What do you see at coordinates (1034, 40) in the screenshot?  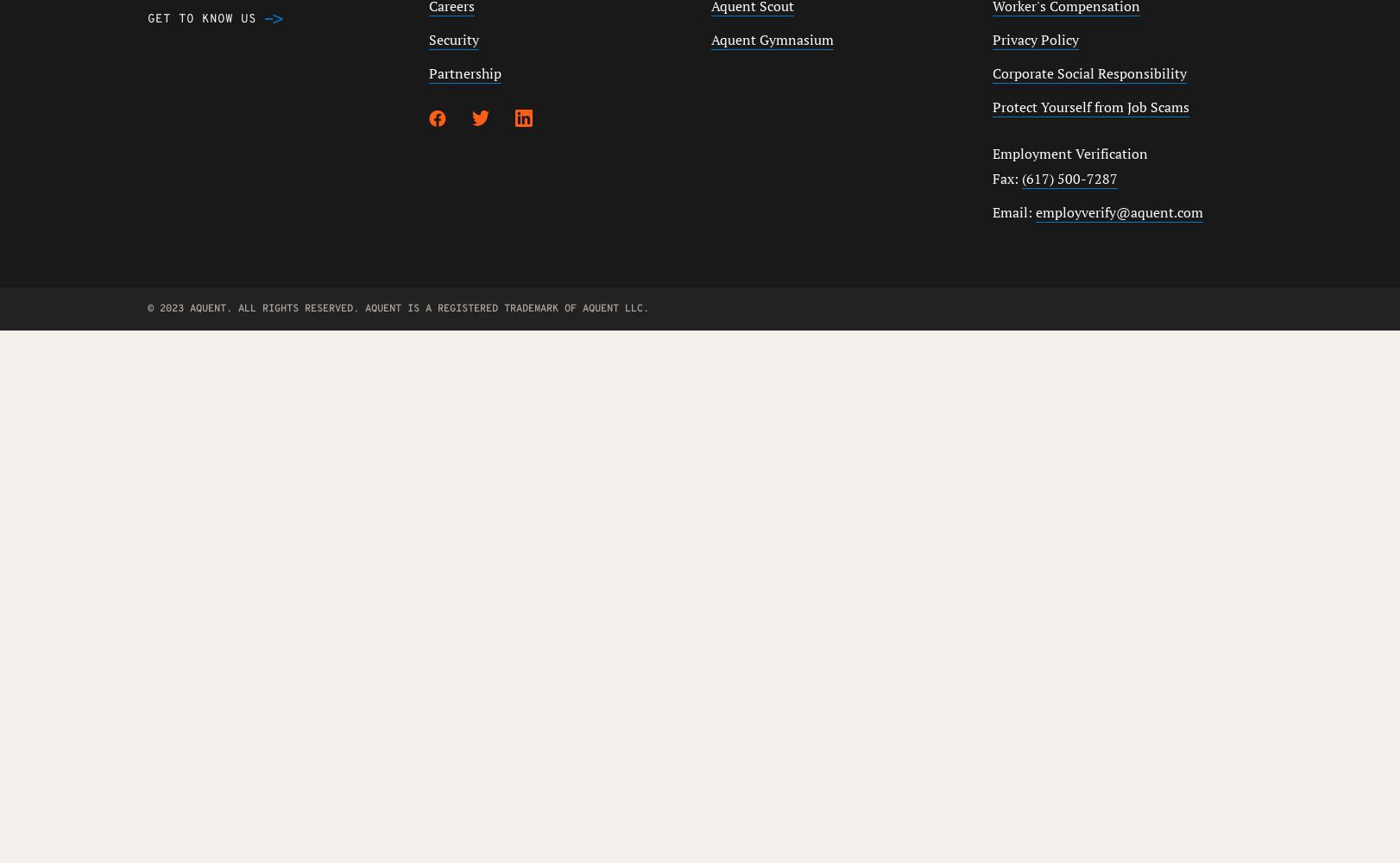 I see `'Privacy Policy'` at bounding box center [1034, 40].